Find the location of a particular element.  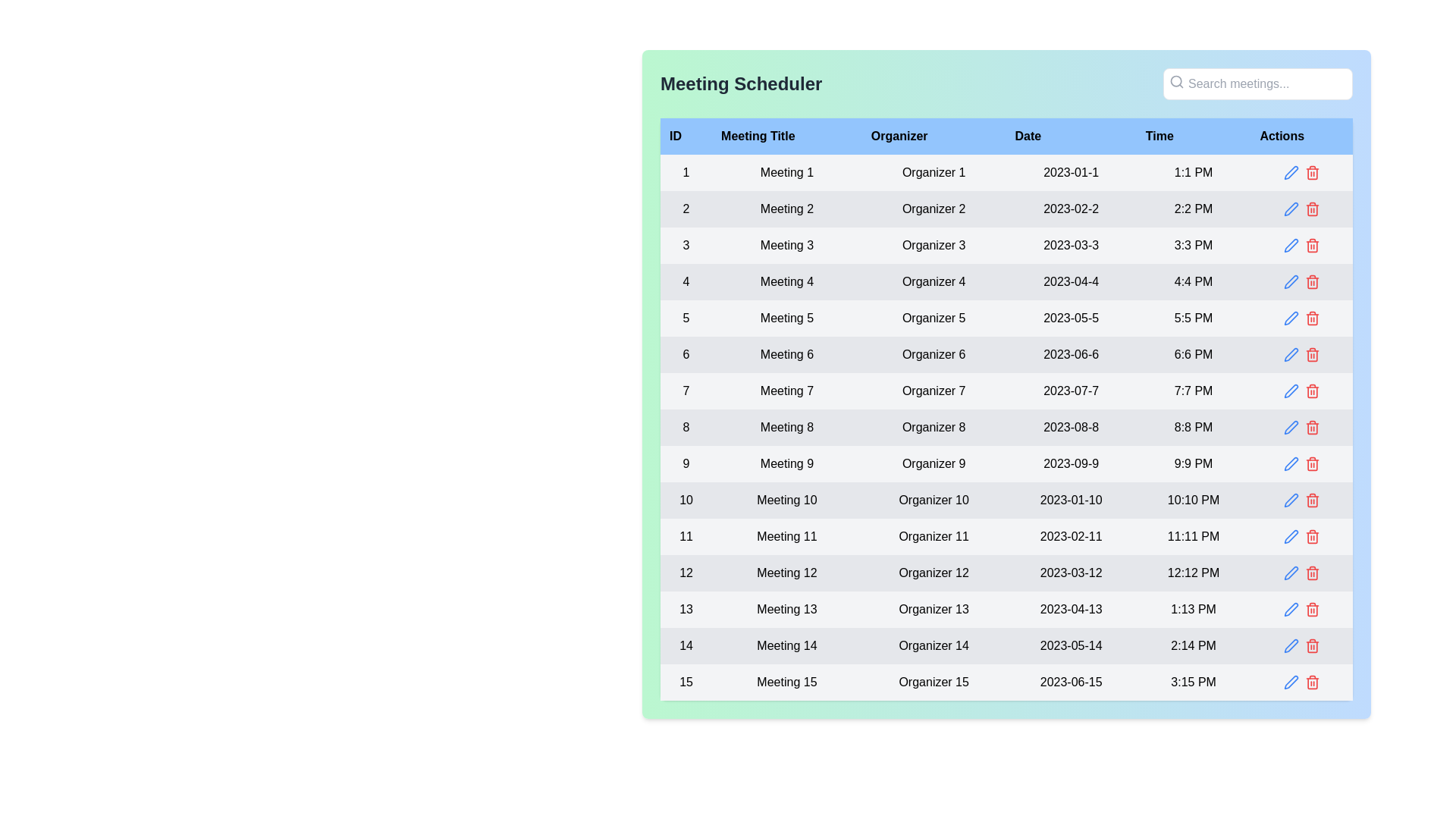

the pencil icon in the 'Actions' column of the row for 'Meeting 5' is located at coordinates (1301, 318).